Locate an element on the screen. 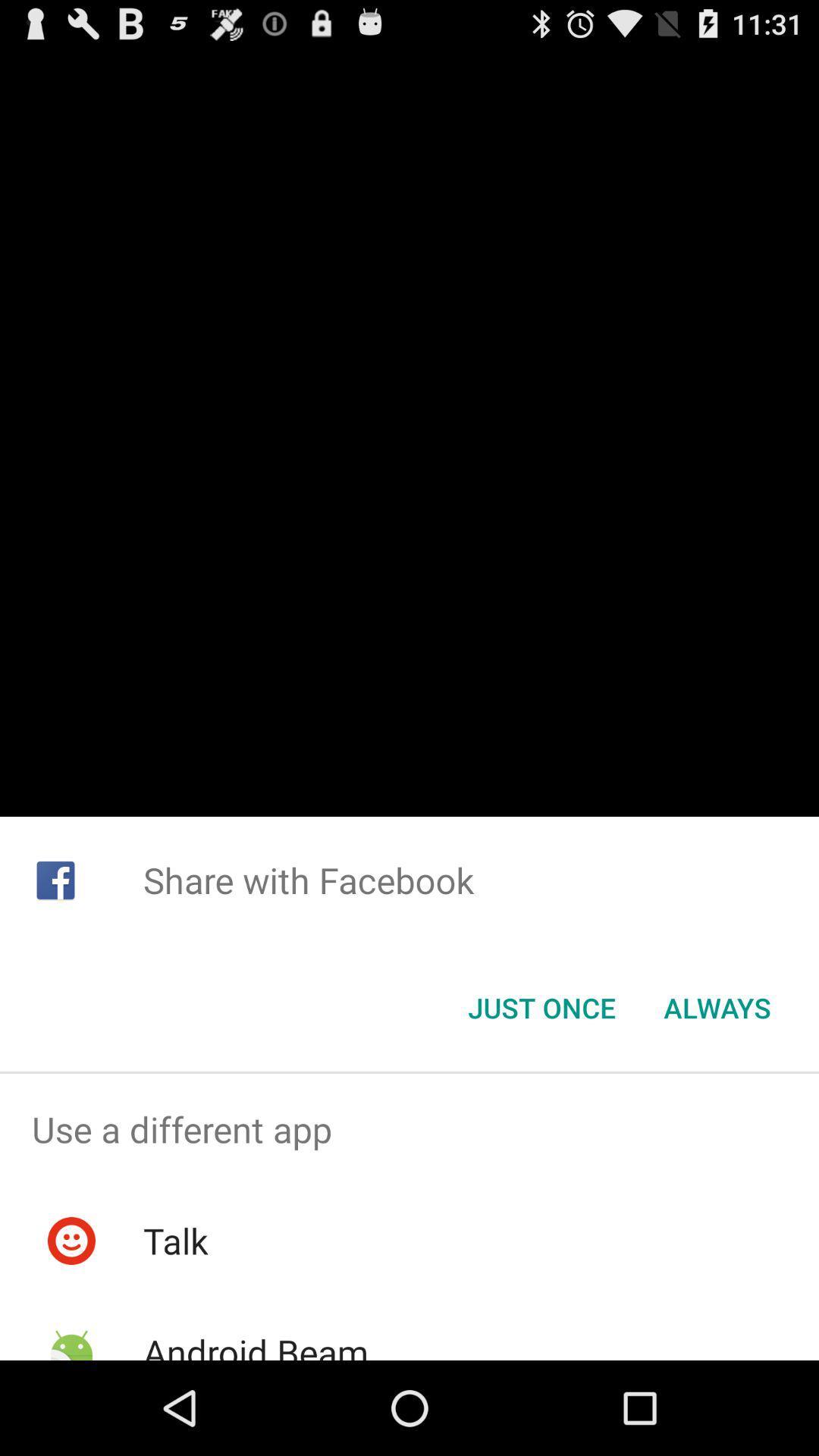  button next to just once item is located at coordinates (717, 1008).